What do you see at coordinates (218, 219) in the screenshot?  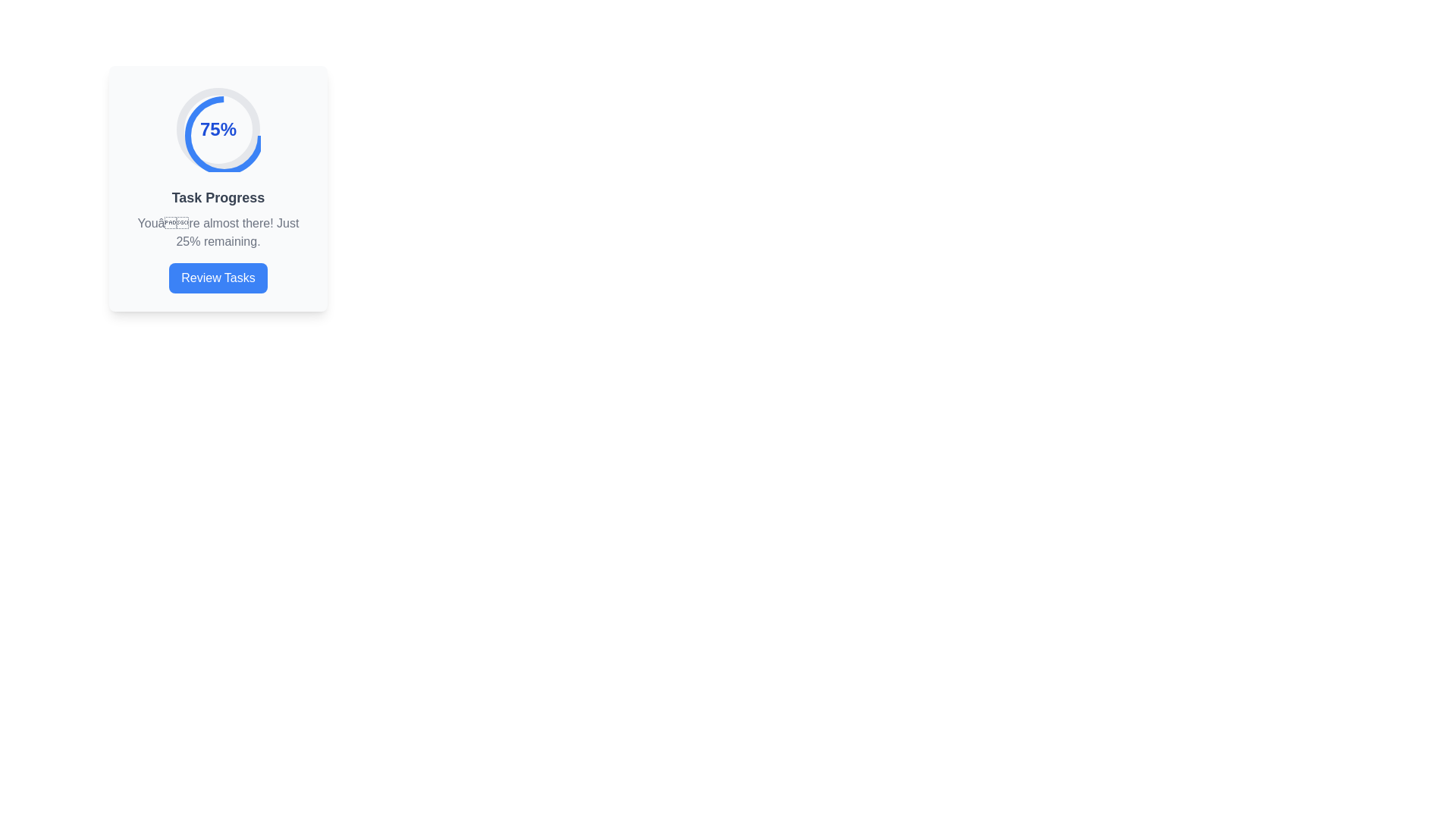 I see `task progress update displayed in the text element located centrally beneath the circular progress indicator showing '75%' and above the 'Review Tasks' button` at bounding box center [218, 219].